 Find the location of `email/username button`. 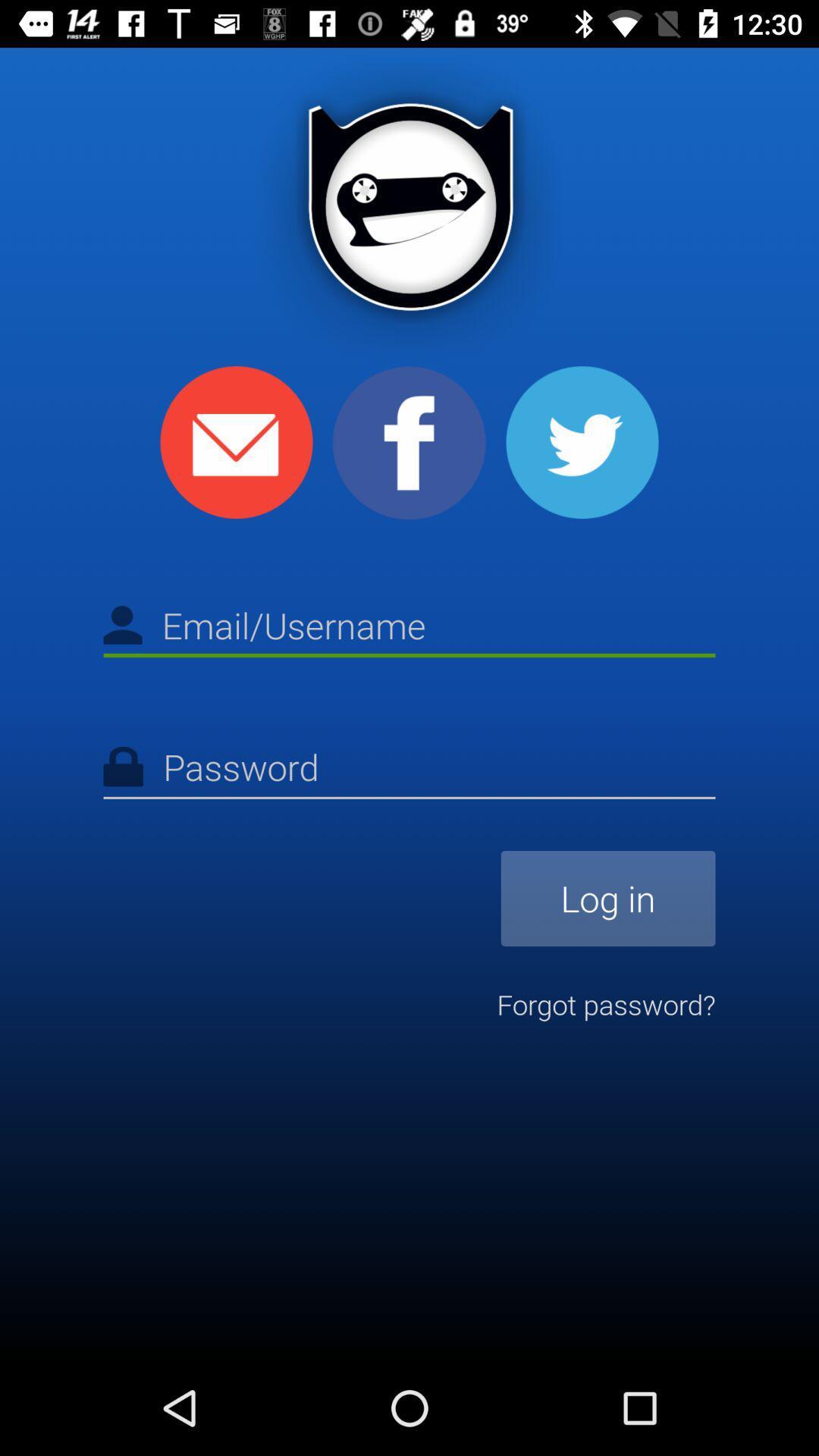

email/username button is located at coordinates (409, 628).